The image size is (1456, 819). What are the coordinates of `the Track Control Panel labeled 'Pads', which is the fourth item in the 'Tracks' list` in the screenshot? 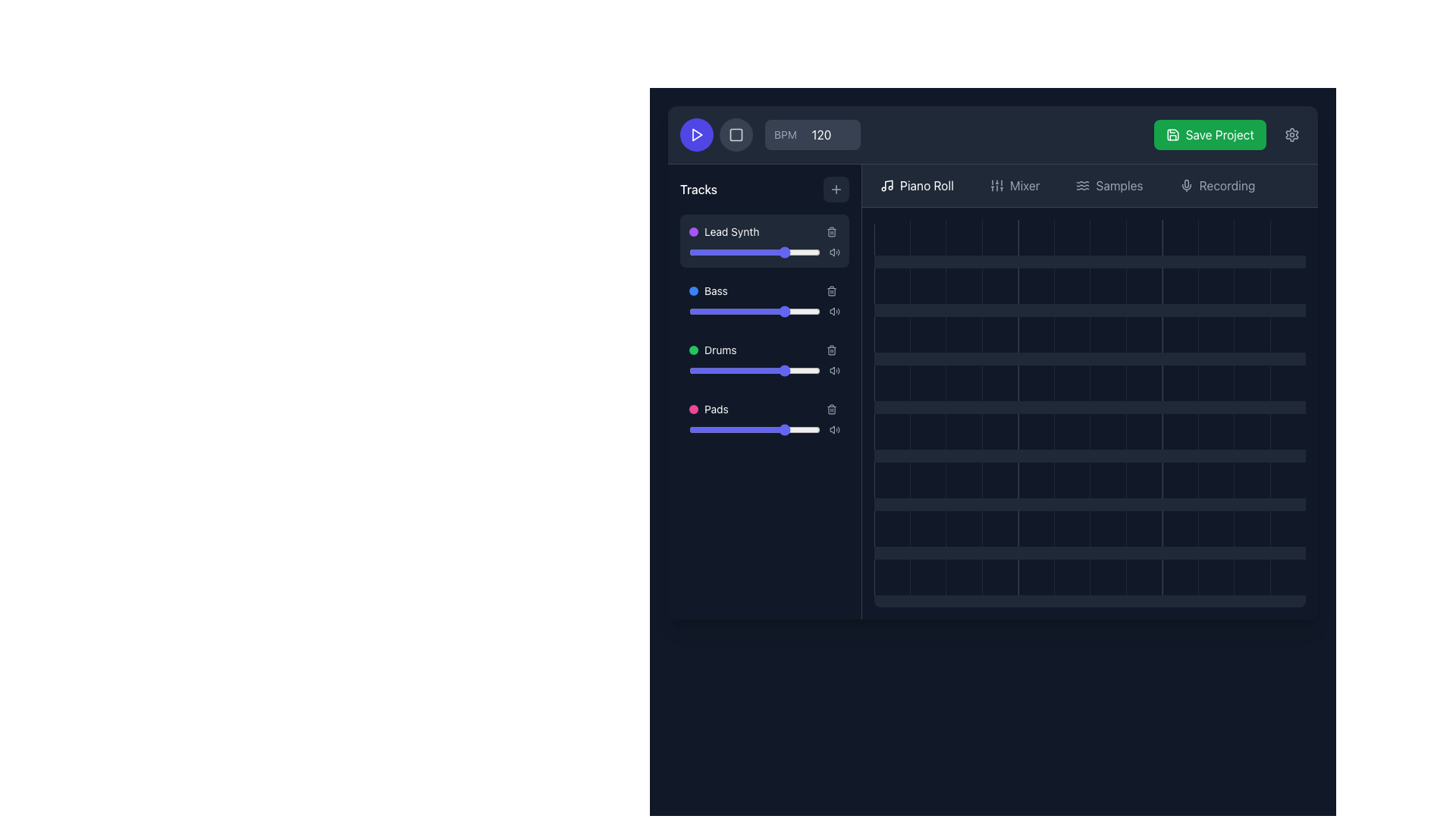 It's located at (764, 418).